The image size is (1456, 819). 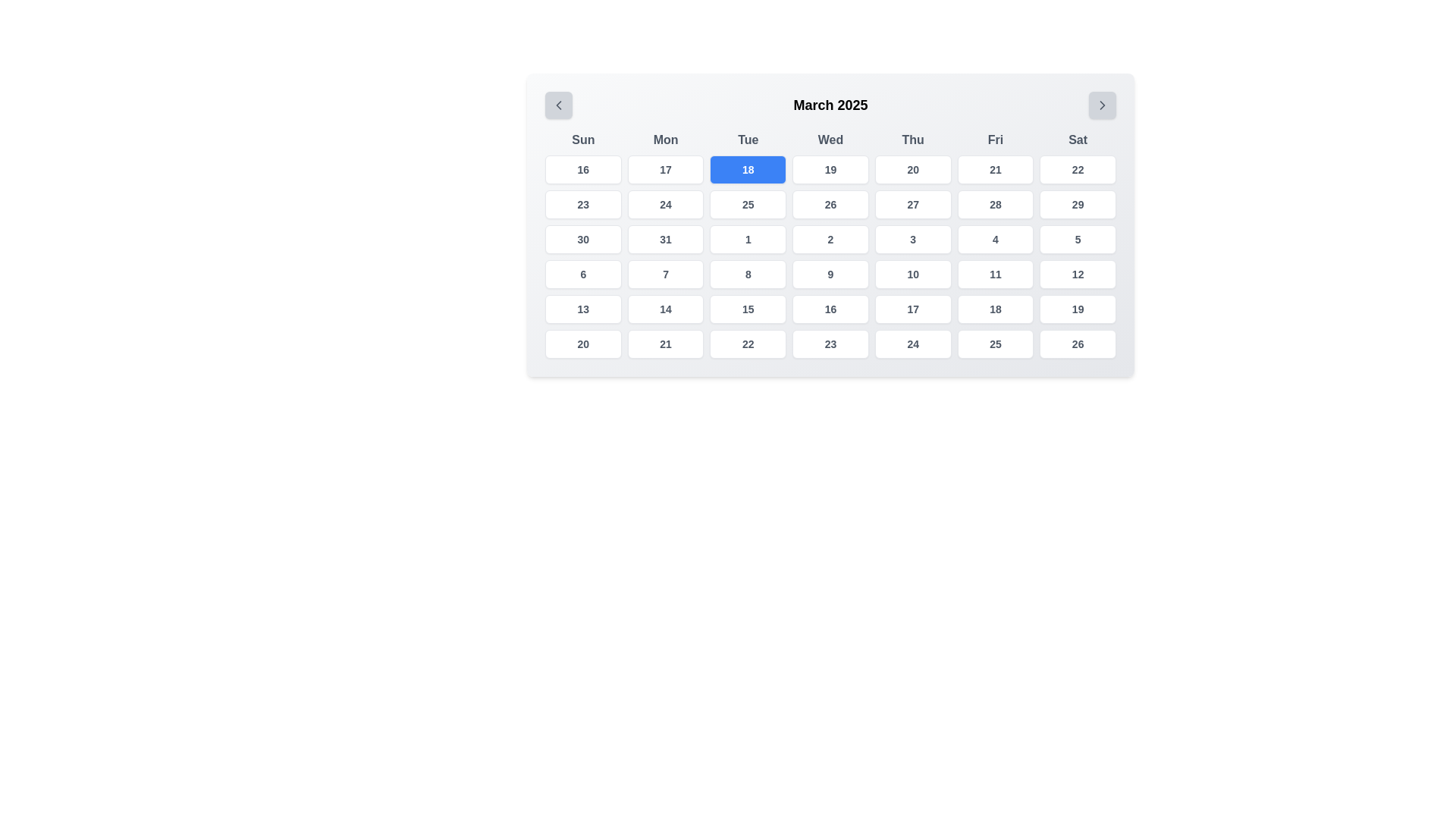 What do you see at coordinates (830, 275) in the screenshot?
I see `the Calendar Date Button displaying the number '9'` at bounding box center [830, 275].